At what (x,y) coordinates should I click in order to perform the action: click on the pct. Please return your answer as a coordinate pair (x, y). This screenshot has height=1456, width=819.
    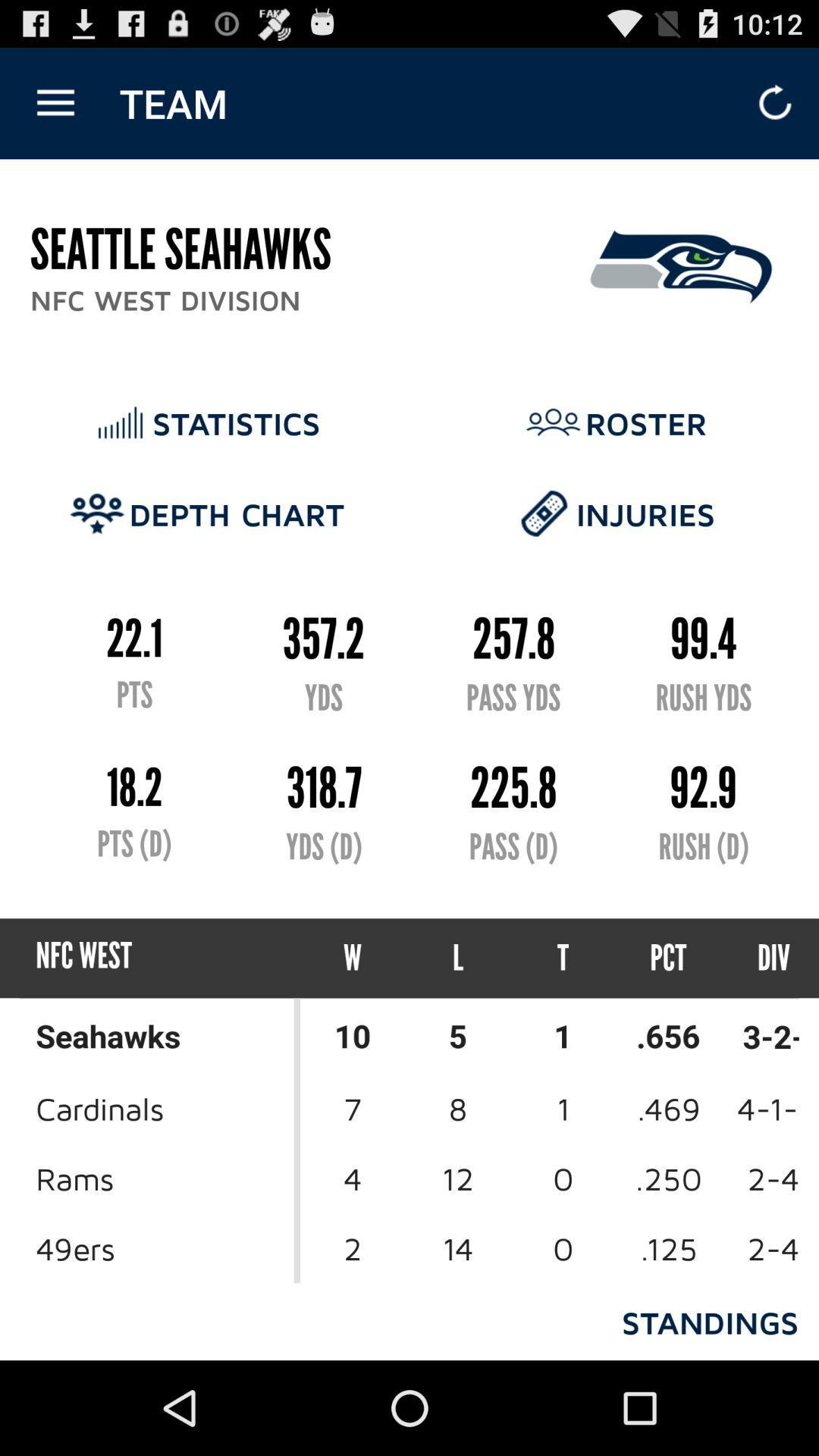
    Looking at the image, I should click on (667, 957).